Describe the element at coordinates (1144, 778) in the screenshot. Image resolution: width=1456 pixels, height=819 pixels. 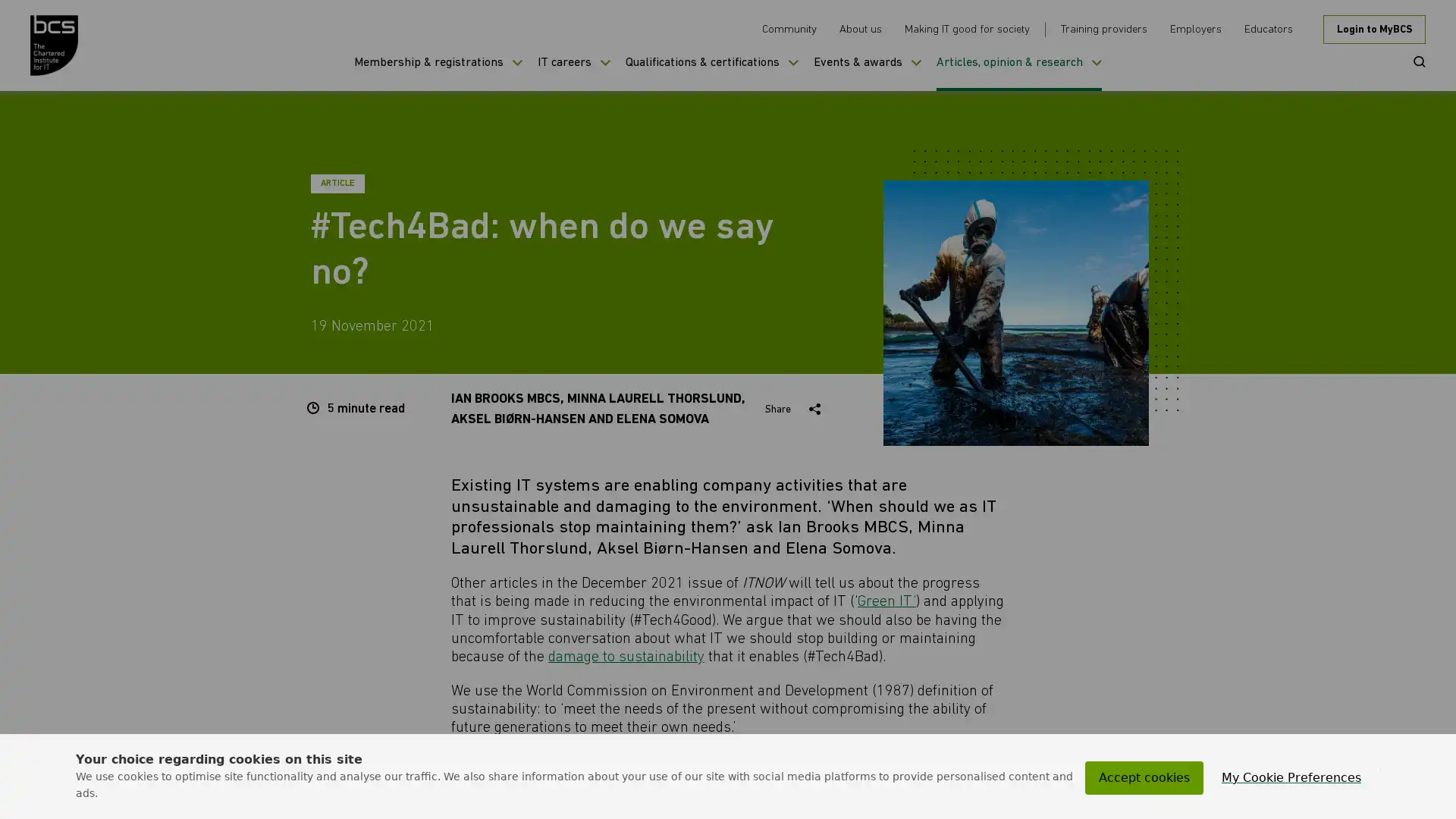
I see `Accept cookies` at that location.